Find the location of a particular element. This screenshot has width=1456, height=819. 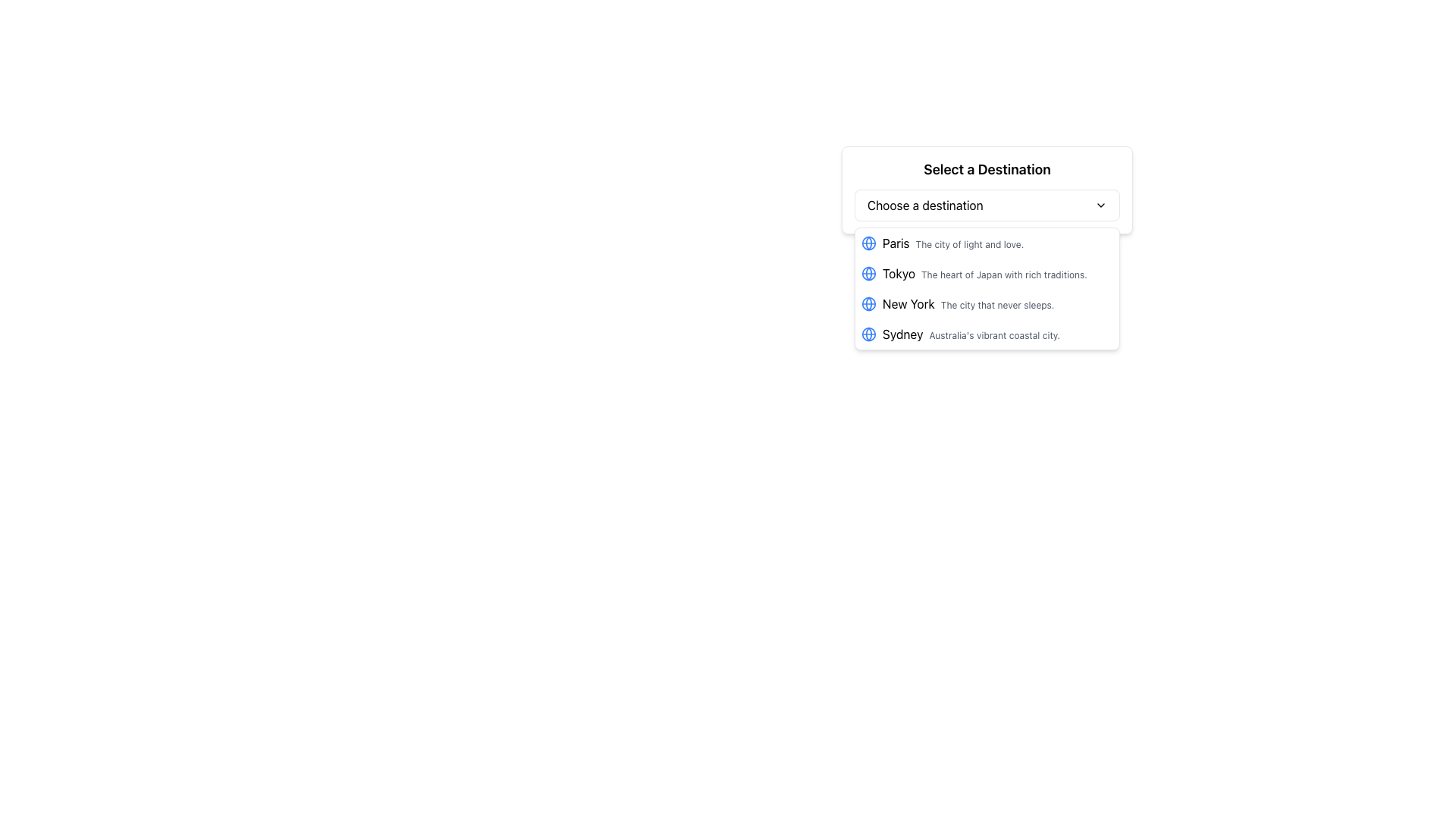

the text item displaying the destination name 'Tokyo' and its description is located at coordinates (987, 274).